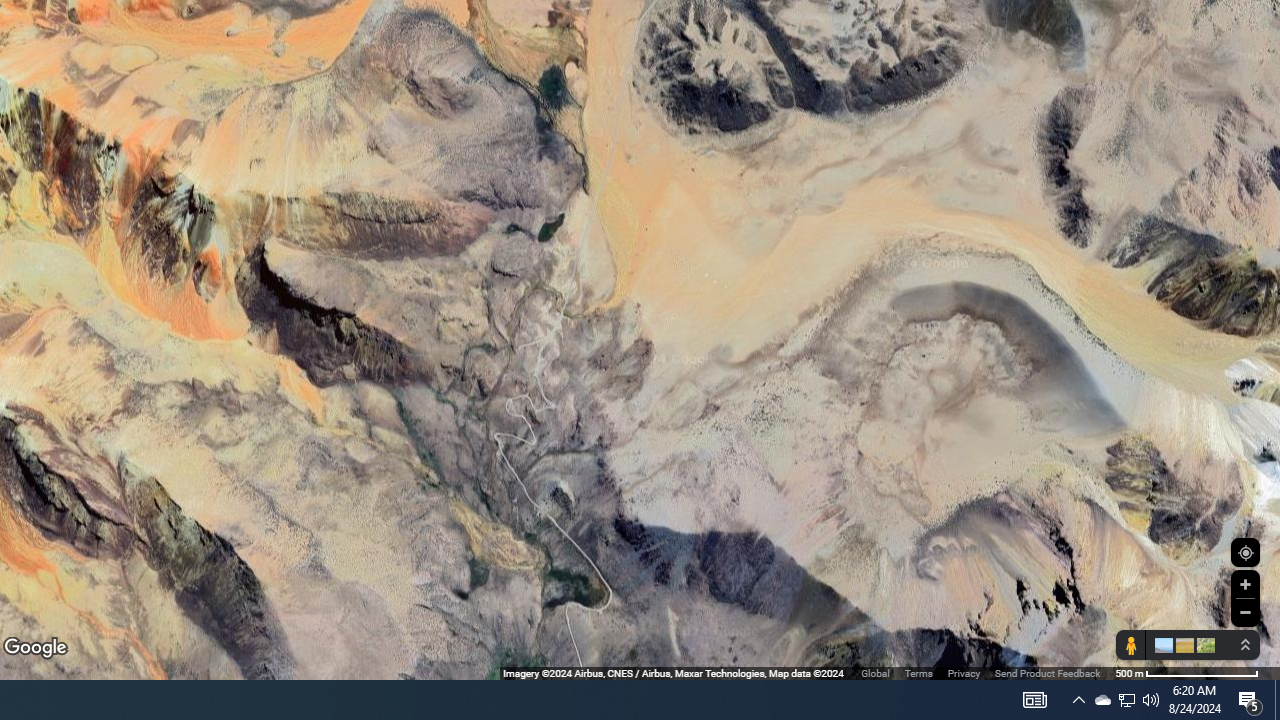 The width and height of the screenshot is (1280, 720). I want to click on 'Zoom in', so click(1244, 584).